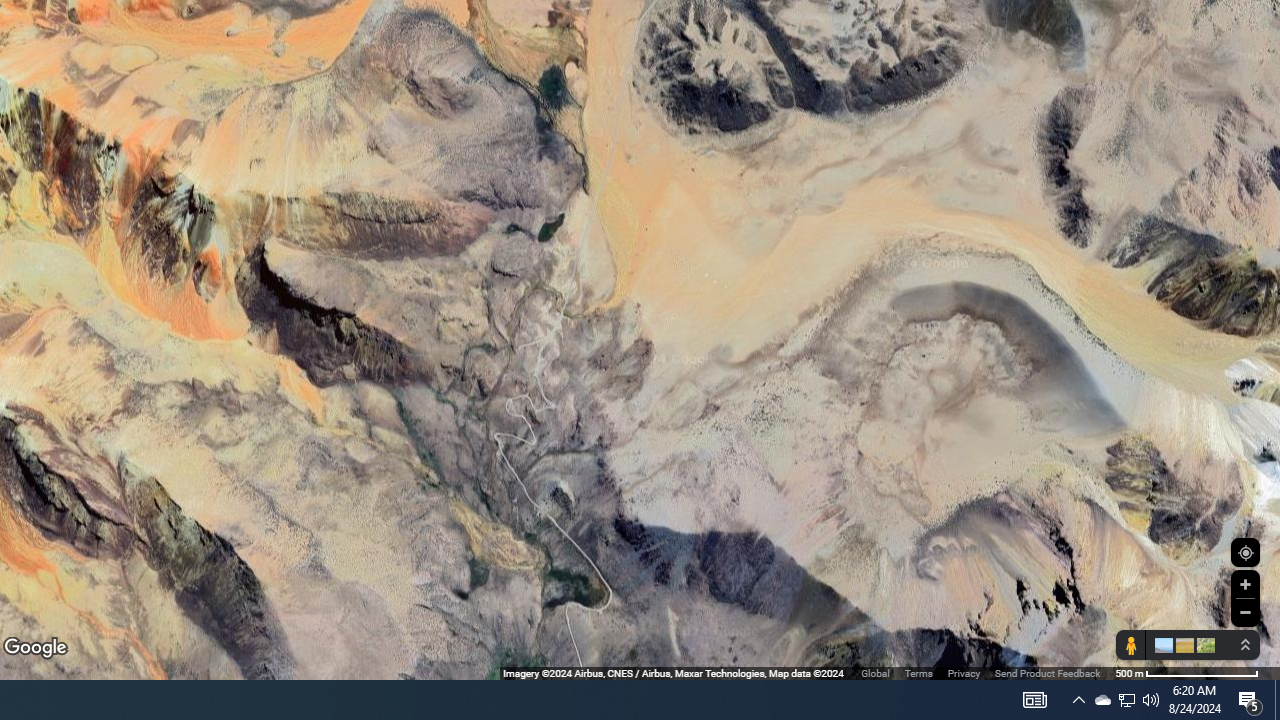 The width and height of the screenshot is (1280, 720). I want to click on 'Zoom in', so click(1244, 584).